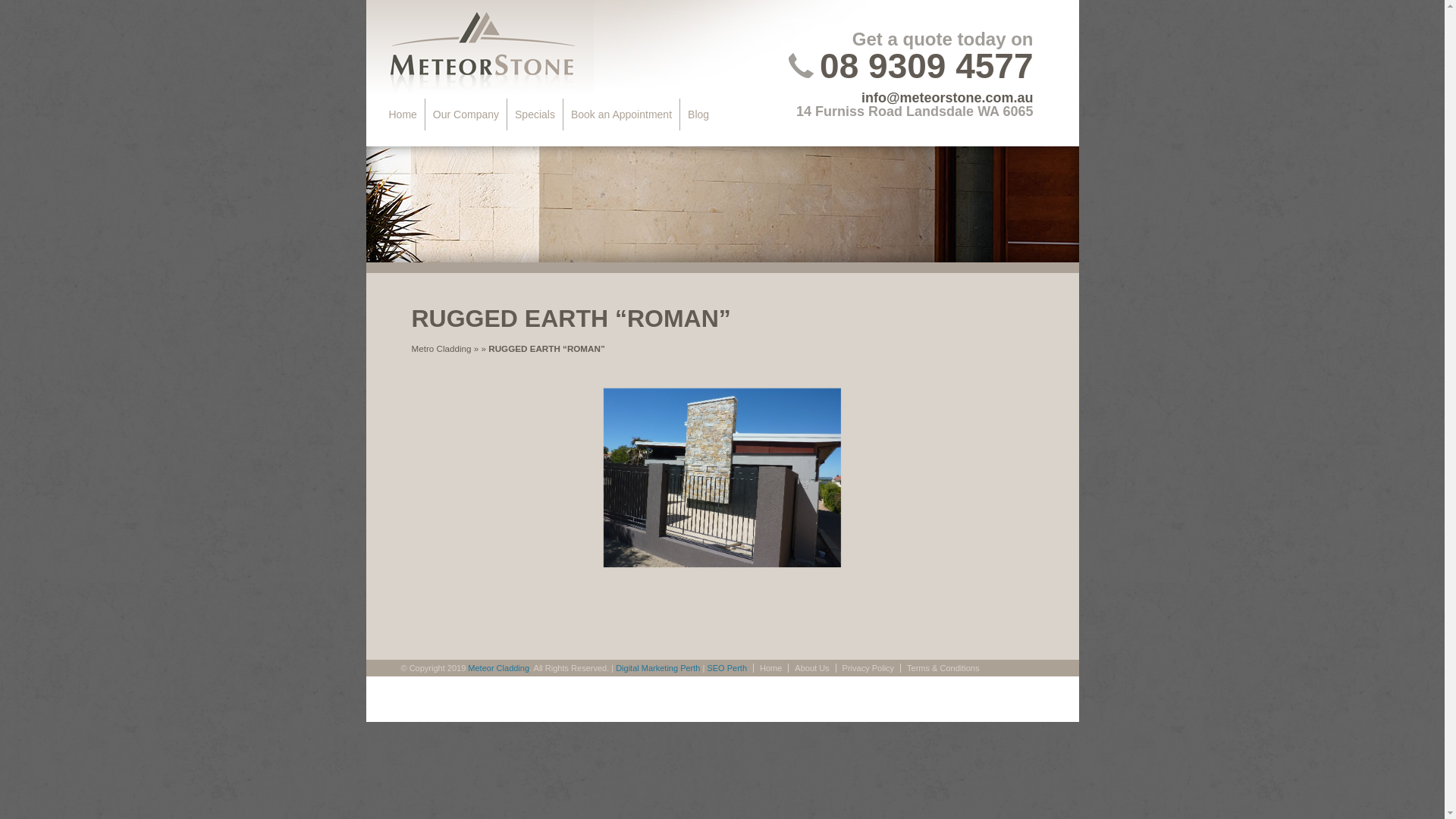 The height and width of the screenshot is (819, 1456). Describe the element at coordinates (698, 113) in the screenshot. I see `'Blog'` at that location.